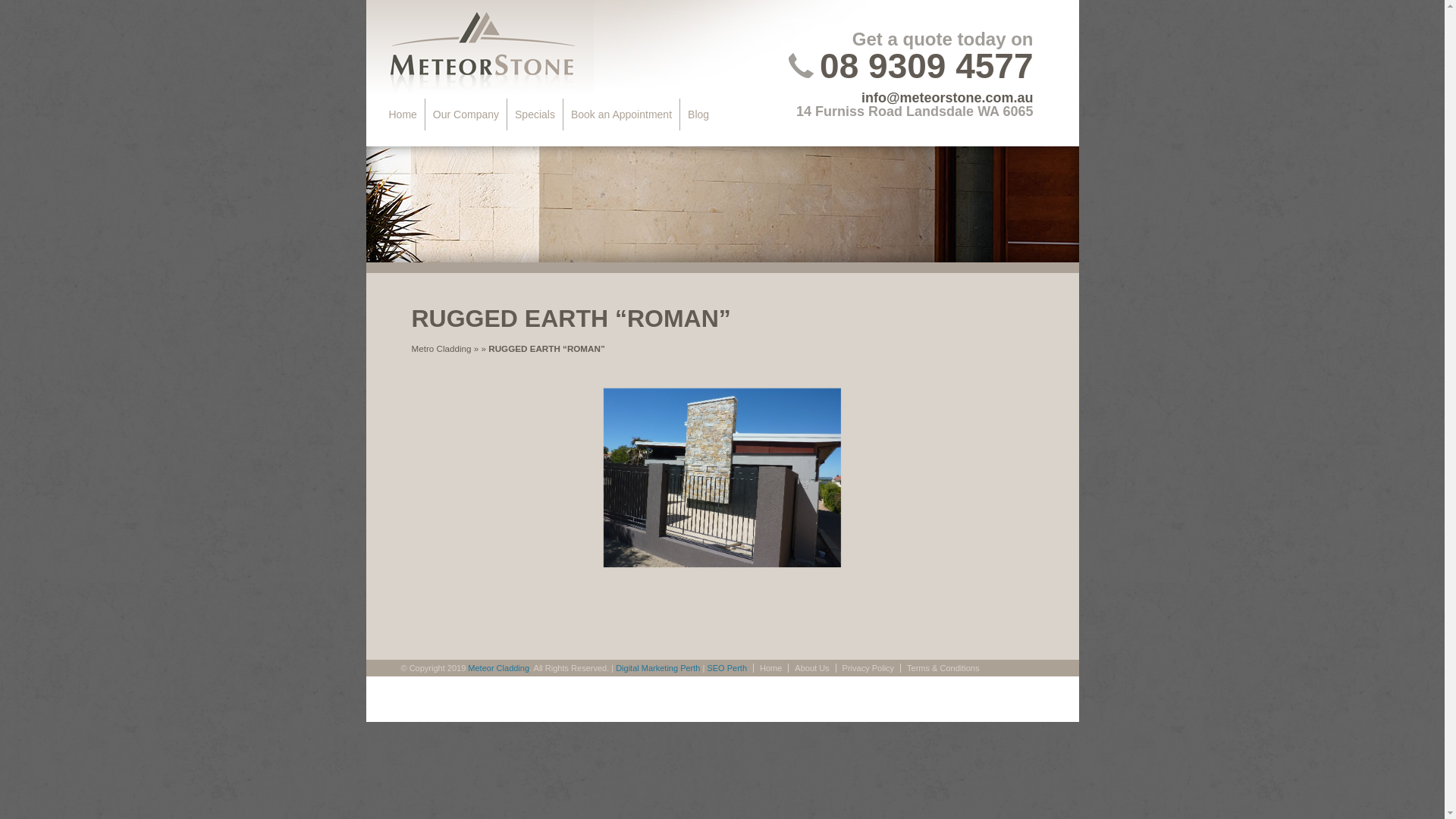 The height and width of the screenshot is (819, 1456). Describe the element at coordinates (698, 113) in the screenshot. I see `'Blog'` at that location.